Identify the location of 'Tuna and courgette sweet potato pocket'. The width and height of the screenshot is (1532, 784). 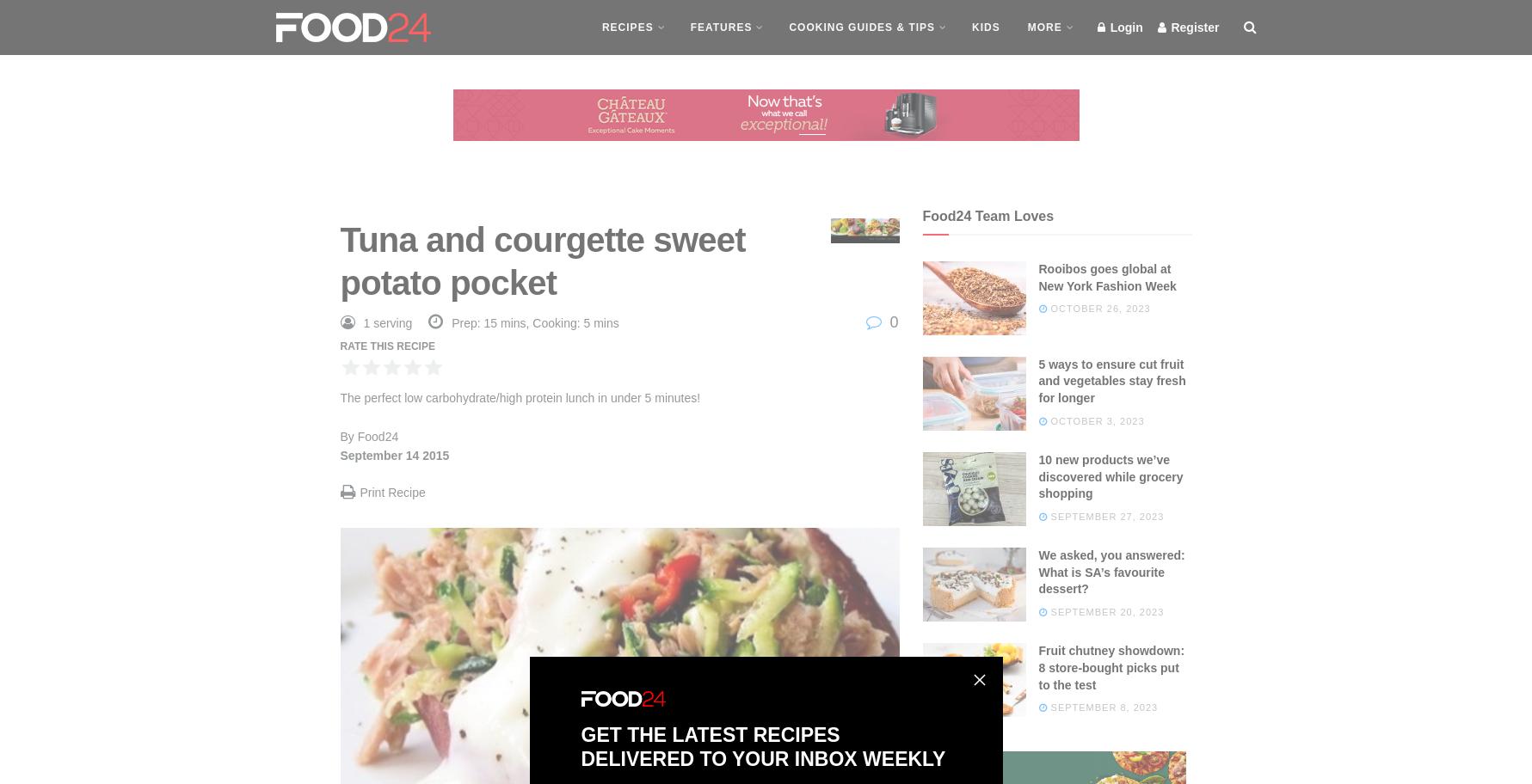
(541, 260).